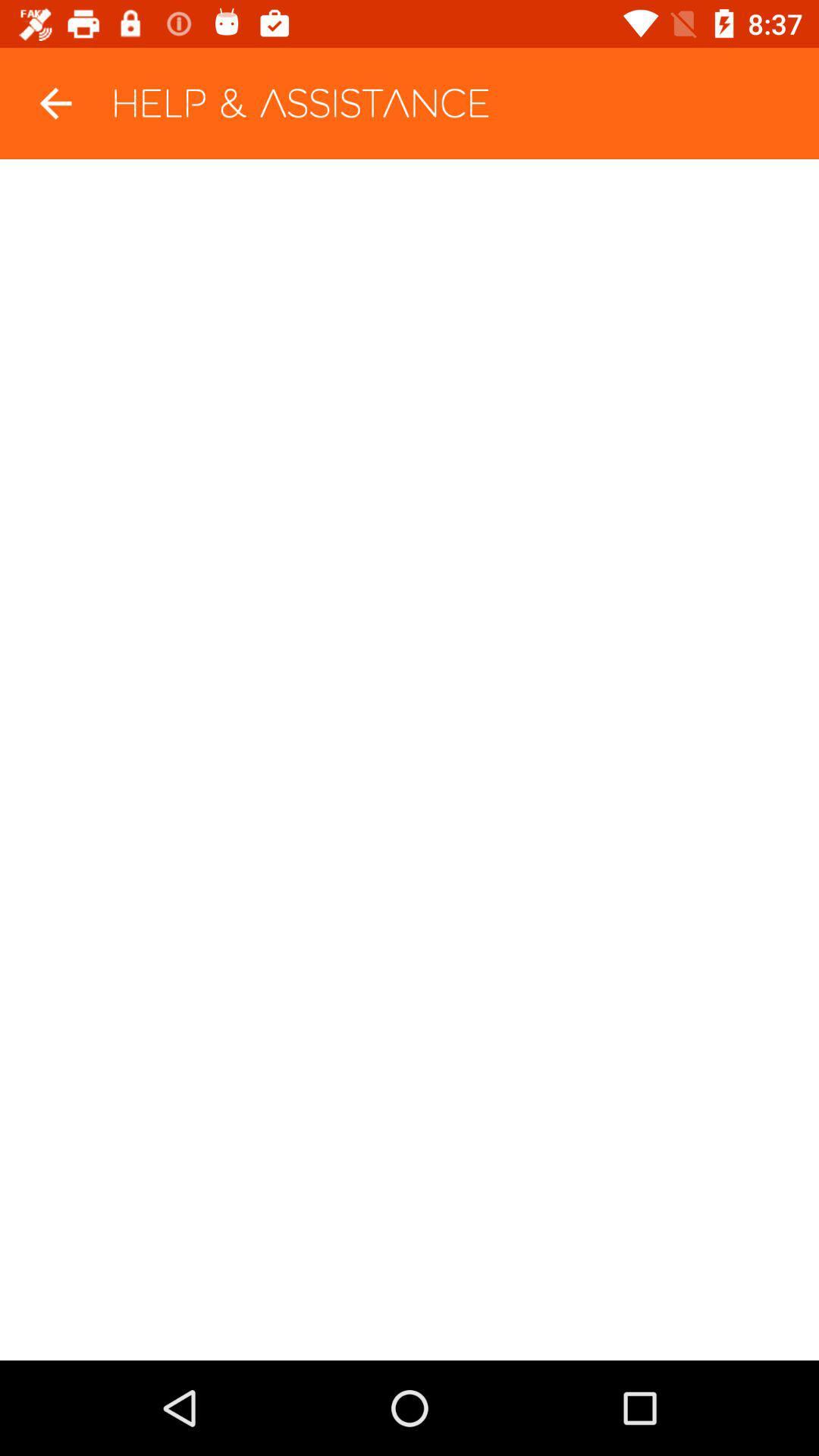 This screenshot has width=819, height=1456. Describe the element at coordinates (55, 102) in the screenshot. I see `the icon next to help & assistance app` at that location.